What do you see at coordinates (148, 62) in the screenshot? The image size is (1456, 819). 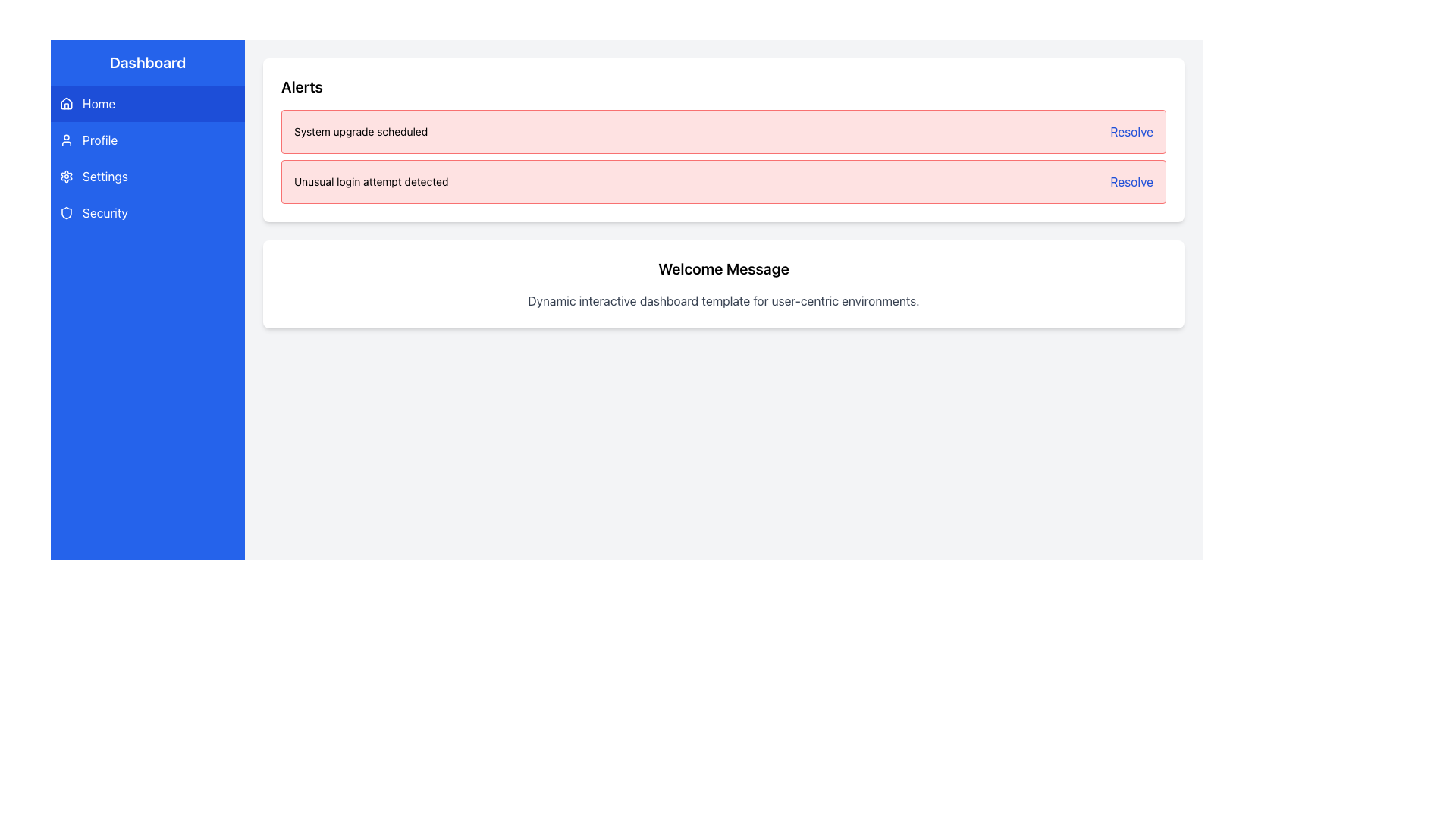 I see `the bold text label reading 'Dashboard' at the top of the sidebar menu` at bounding box center [148, 62].